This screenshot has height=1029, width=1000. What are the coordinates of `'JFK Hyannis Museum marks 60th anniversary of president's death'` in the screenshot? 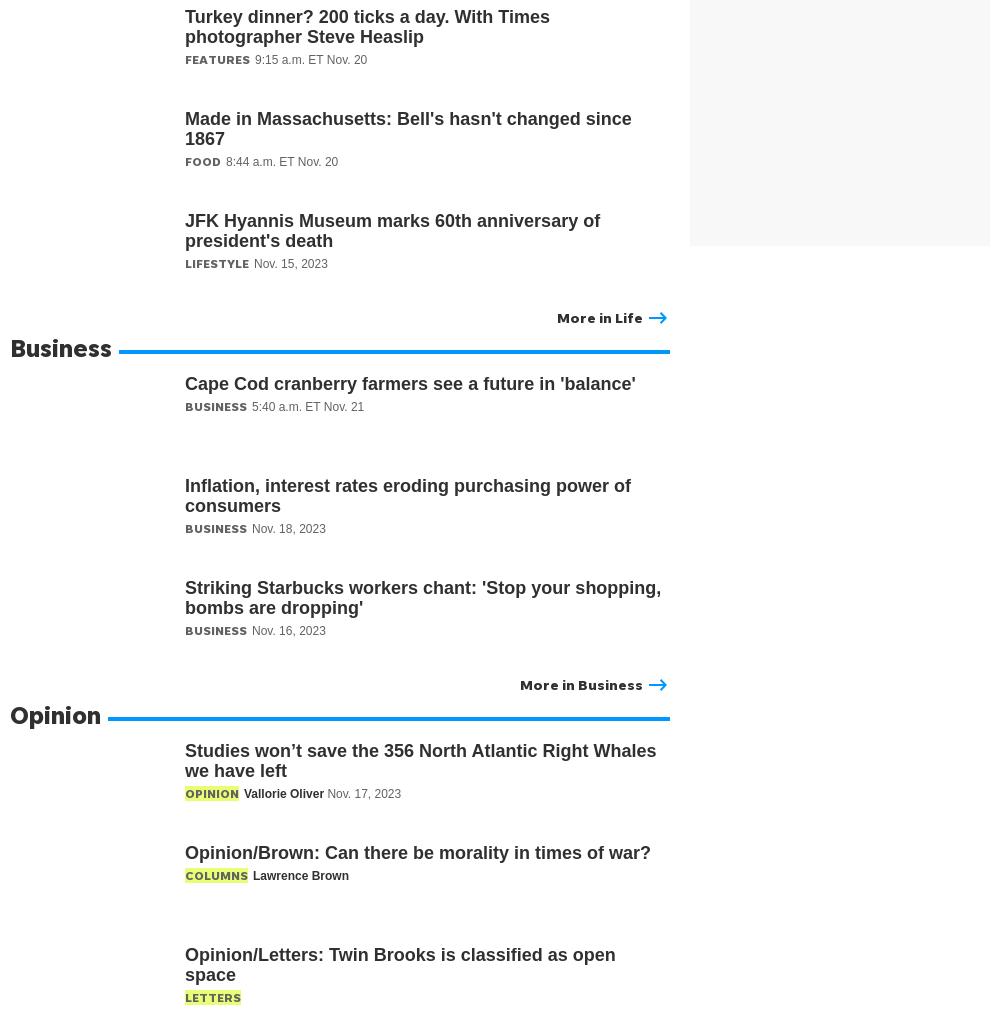 It's located at (392, 230).